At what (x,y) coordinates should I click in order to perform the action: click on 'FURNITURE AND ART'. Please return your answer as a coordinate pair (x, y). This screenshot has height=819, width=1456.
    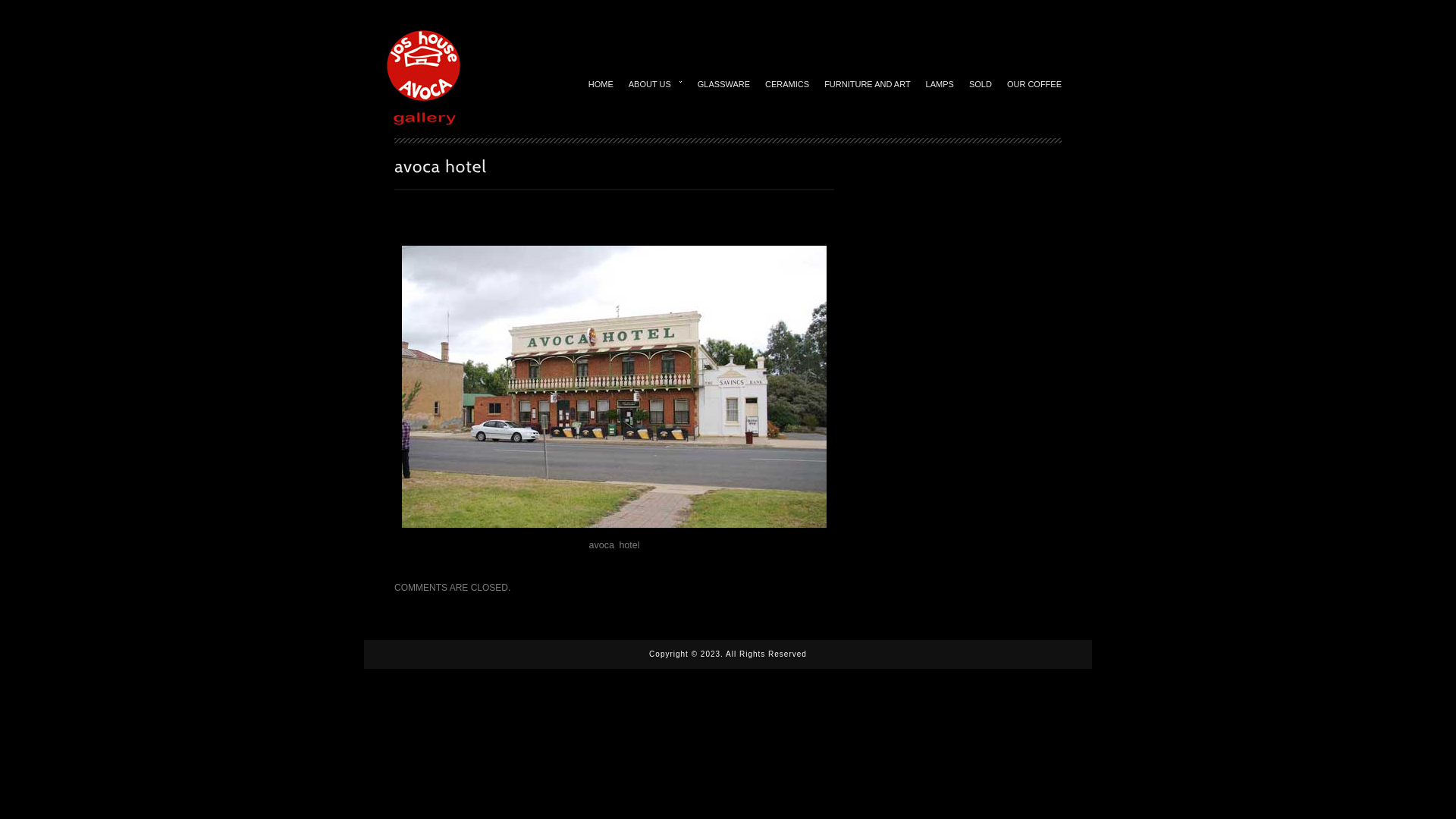
    Looking at the image, I should click on (867, 82).